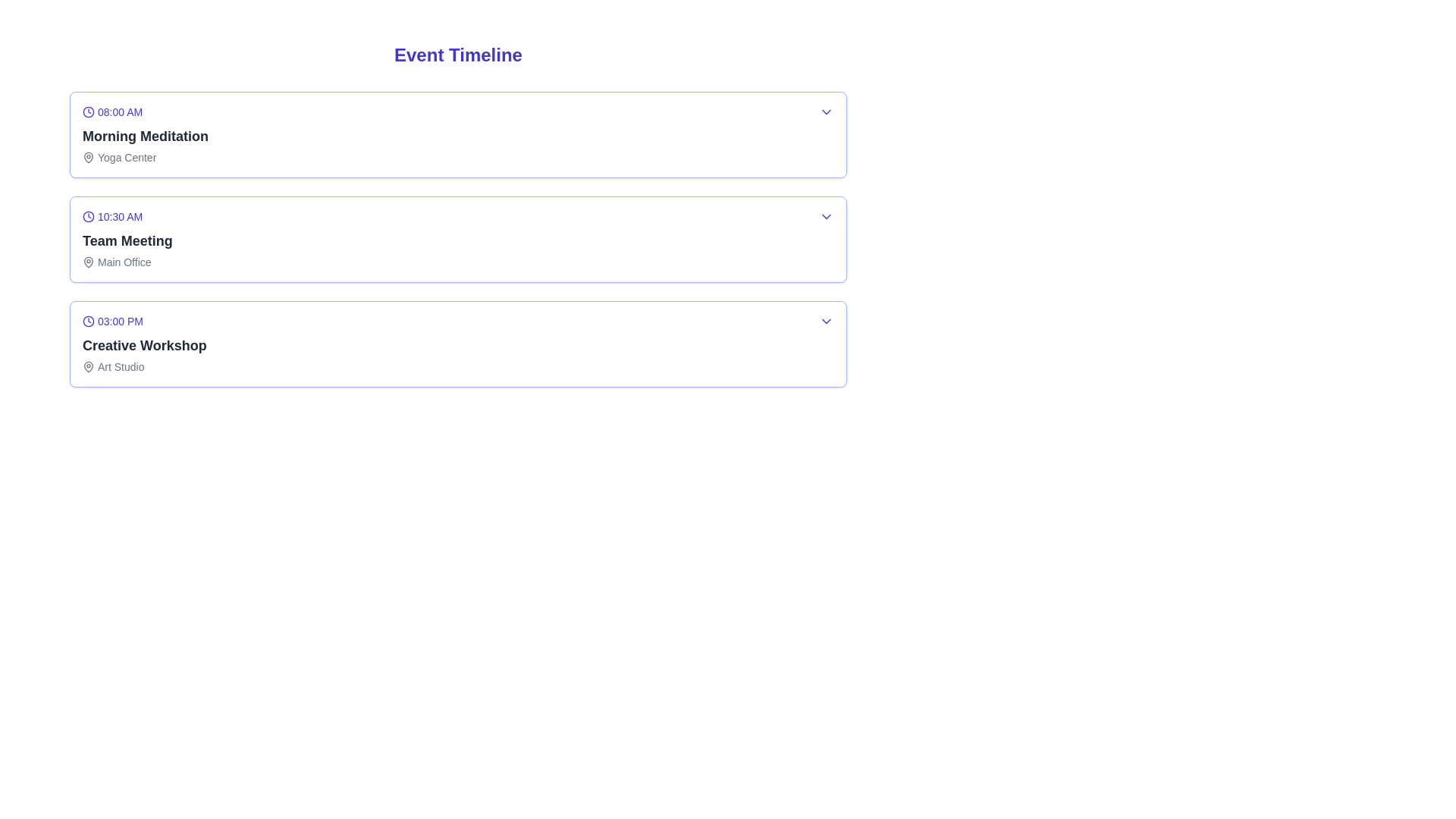  I want to click on the circular clock icon with a hollow center design and a thin blue outline located to the left of the time text '03:00 PM' in the event timeline, so click(87, 321).